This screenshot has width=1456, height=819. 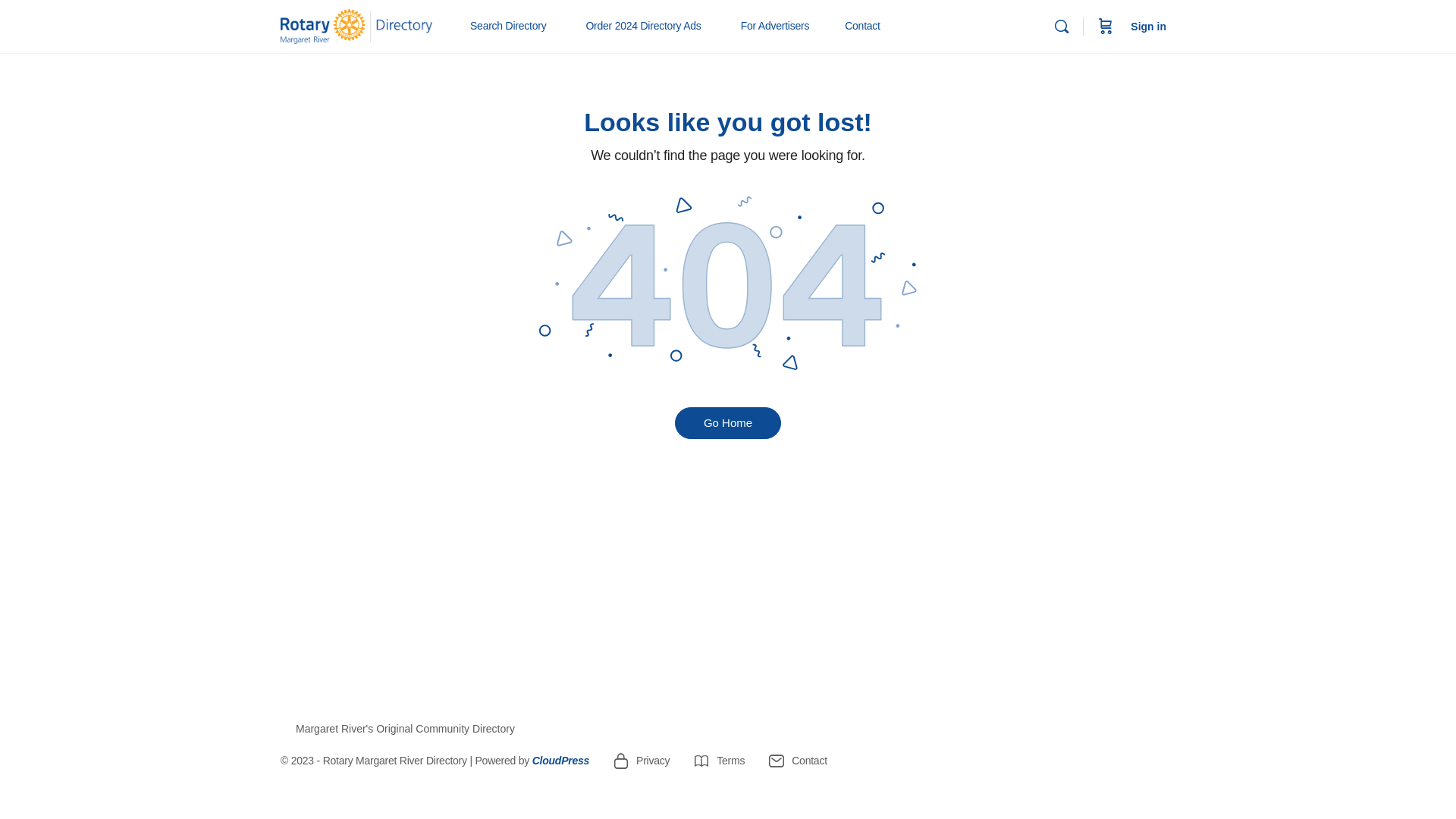 What do you see at coordinates (514, 26) in the screenshot?
I see `'Search Directory'` at bounding box center [514, 26].